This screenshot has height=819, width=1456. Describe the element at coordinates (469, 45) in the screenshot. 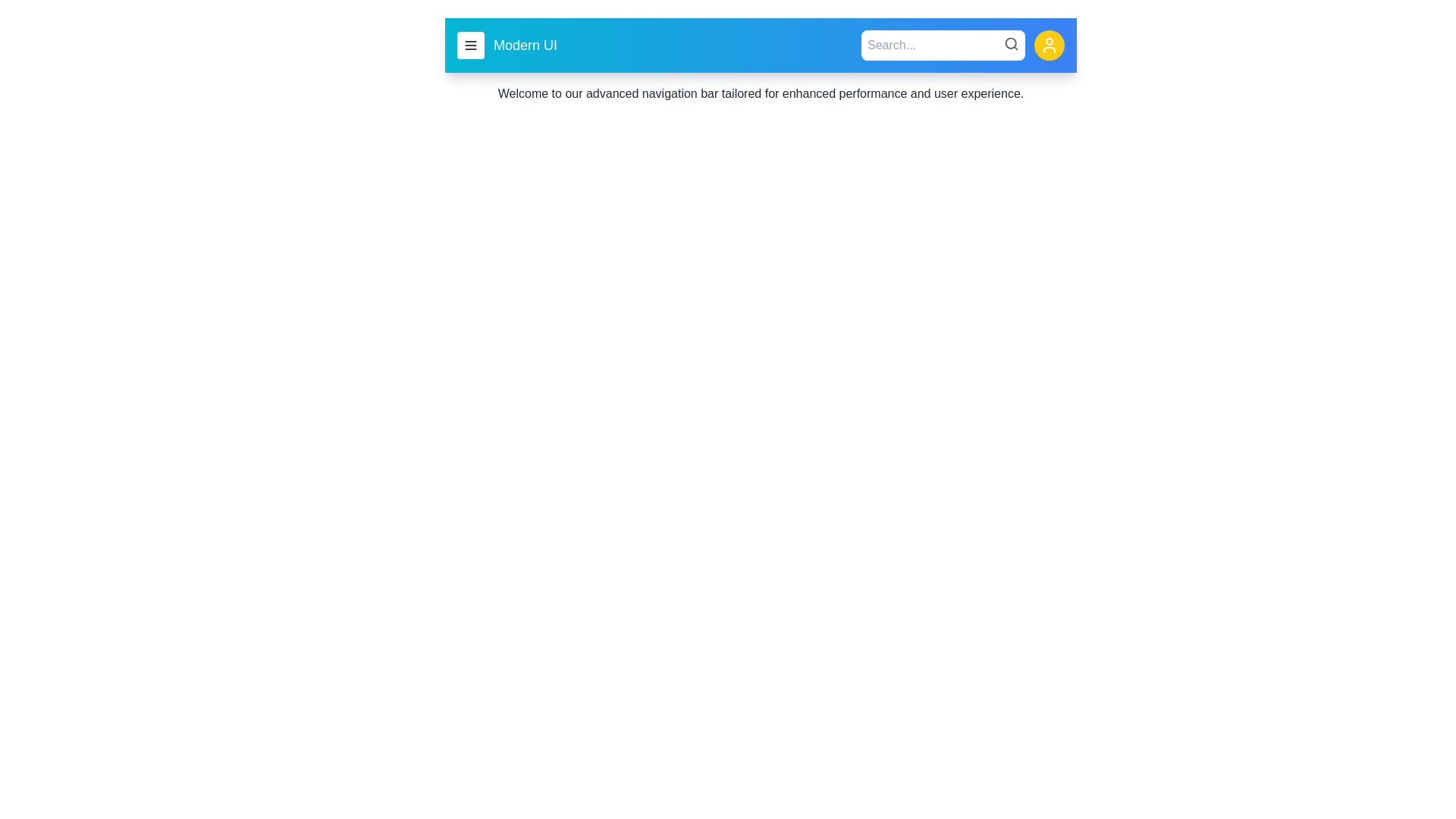

I see `the menu button to open the navigation options` at that location.